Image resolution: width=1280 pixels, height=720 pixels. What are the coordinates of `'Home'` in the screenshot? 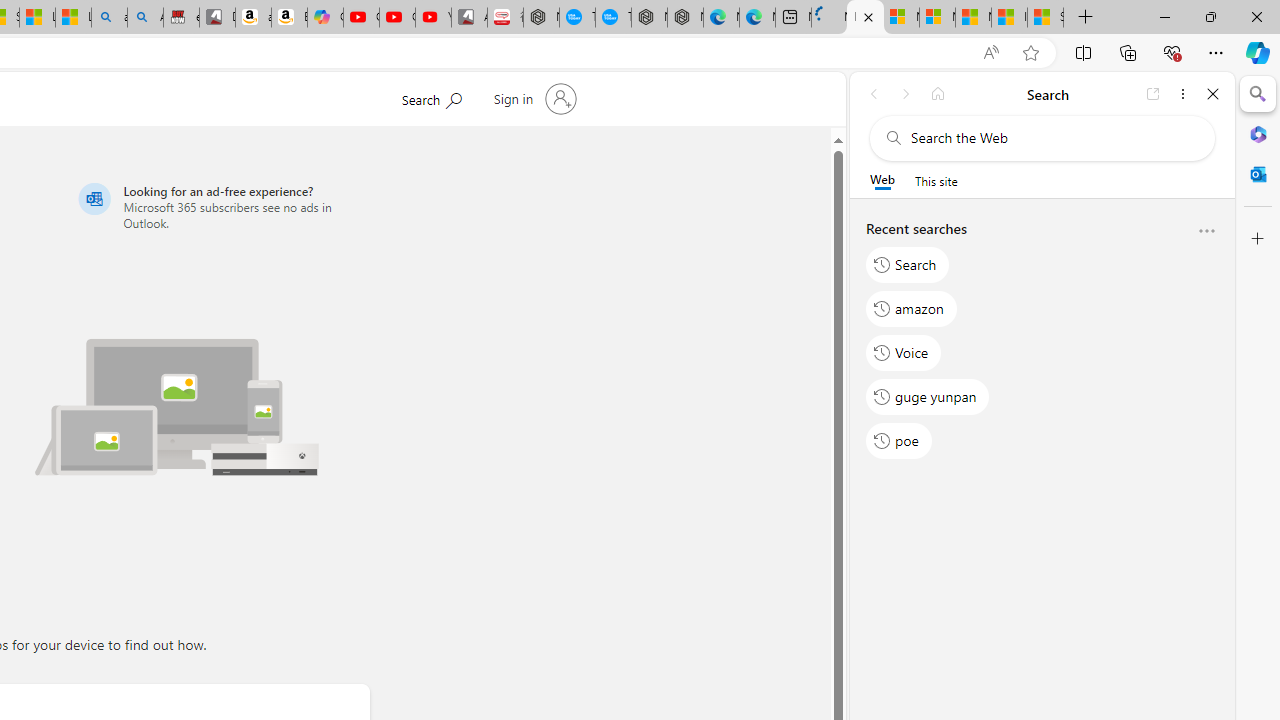 It's located at (937, 93).